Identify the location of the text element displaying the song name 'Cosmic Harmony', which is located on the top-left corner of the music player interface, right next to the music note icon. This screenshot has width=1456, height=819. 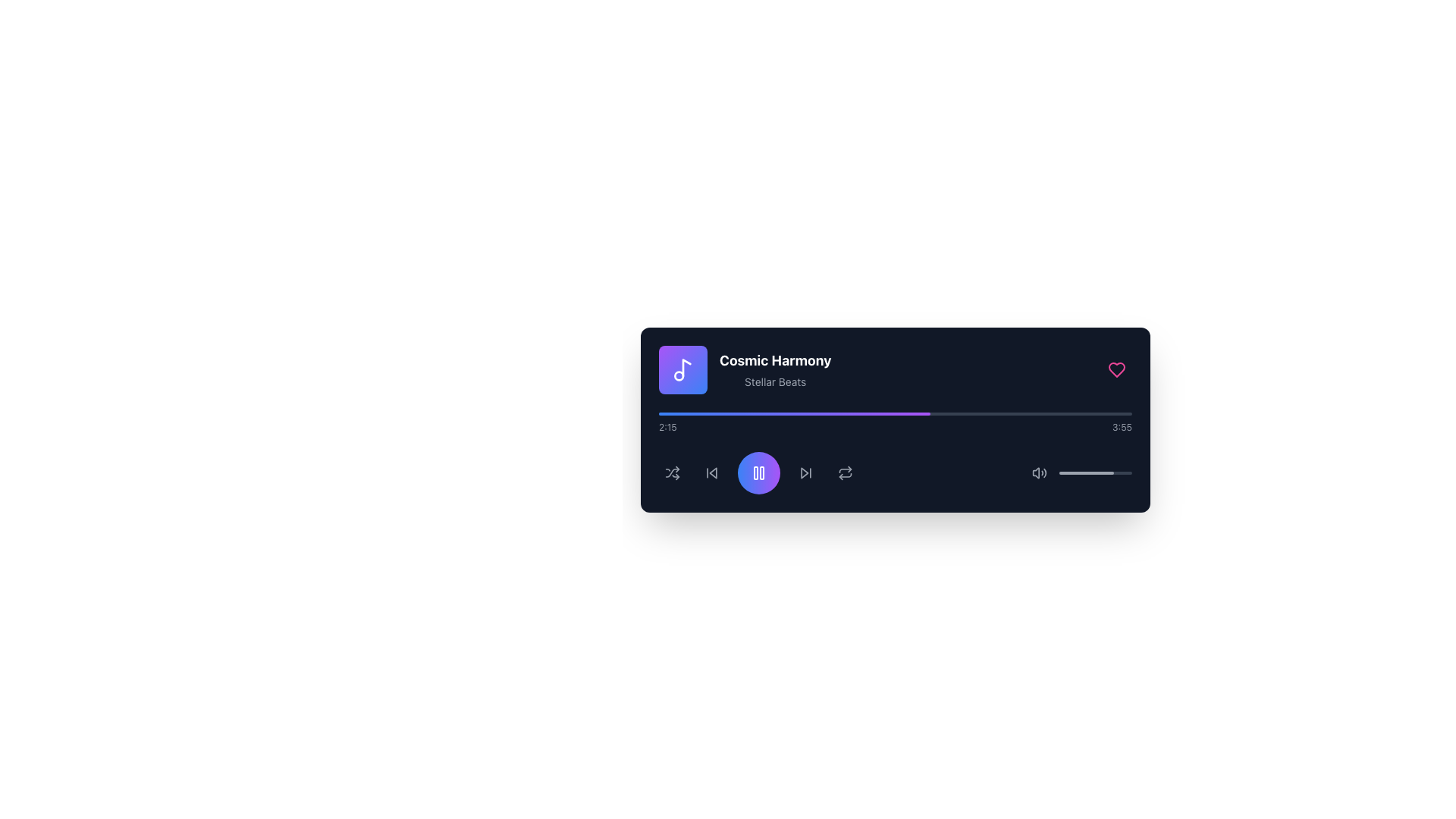
(775, 360).